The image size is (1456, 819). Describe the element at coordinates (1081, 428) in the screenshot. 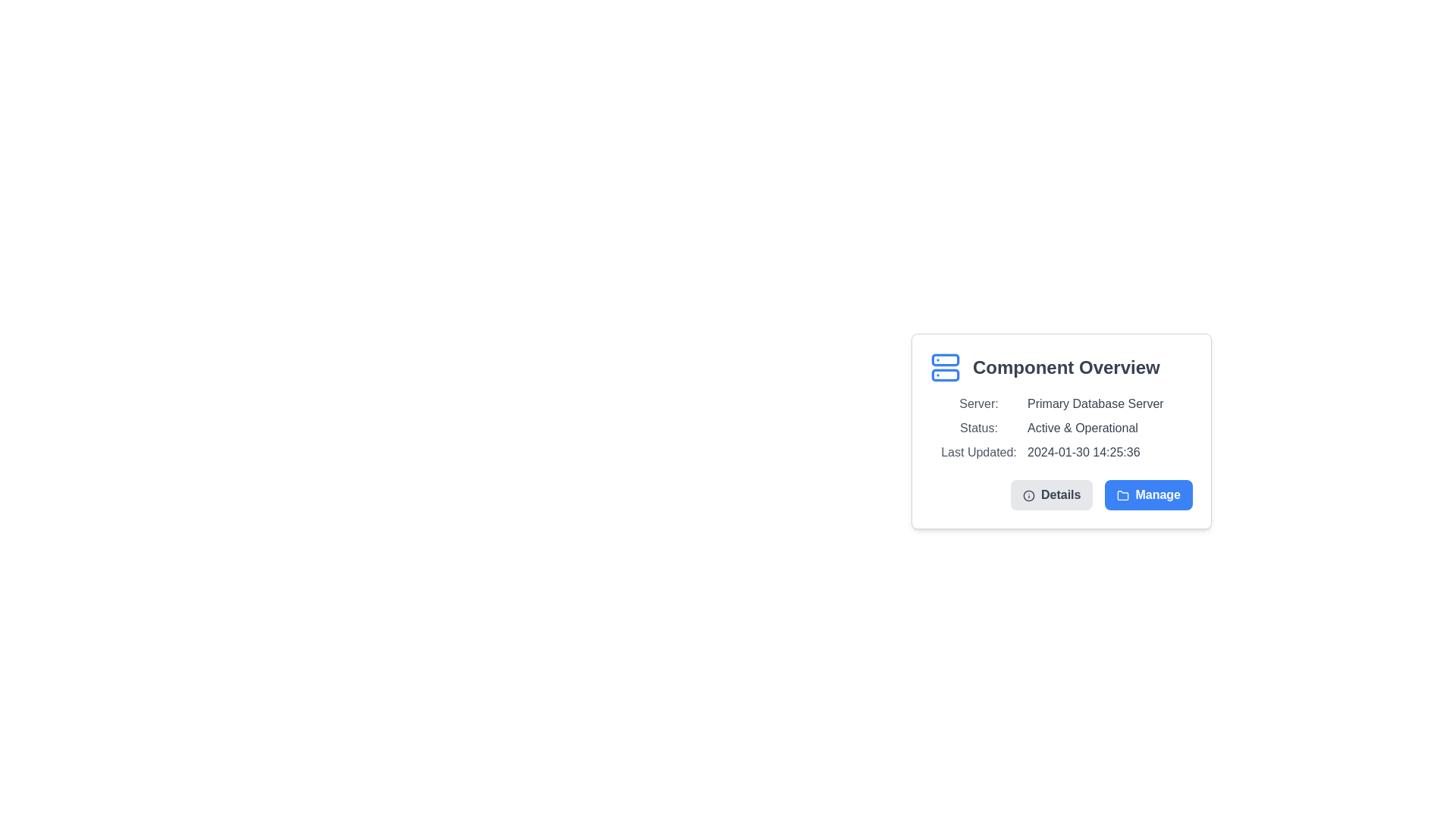

I see `the informational Text label displaying 'Active & Operational', which is positioned to the right of the label 'Status:' within the informational card` at that location.